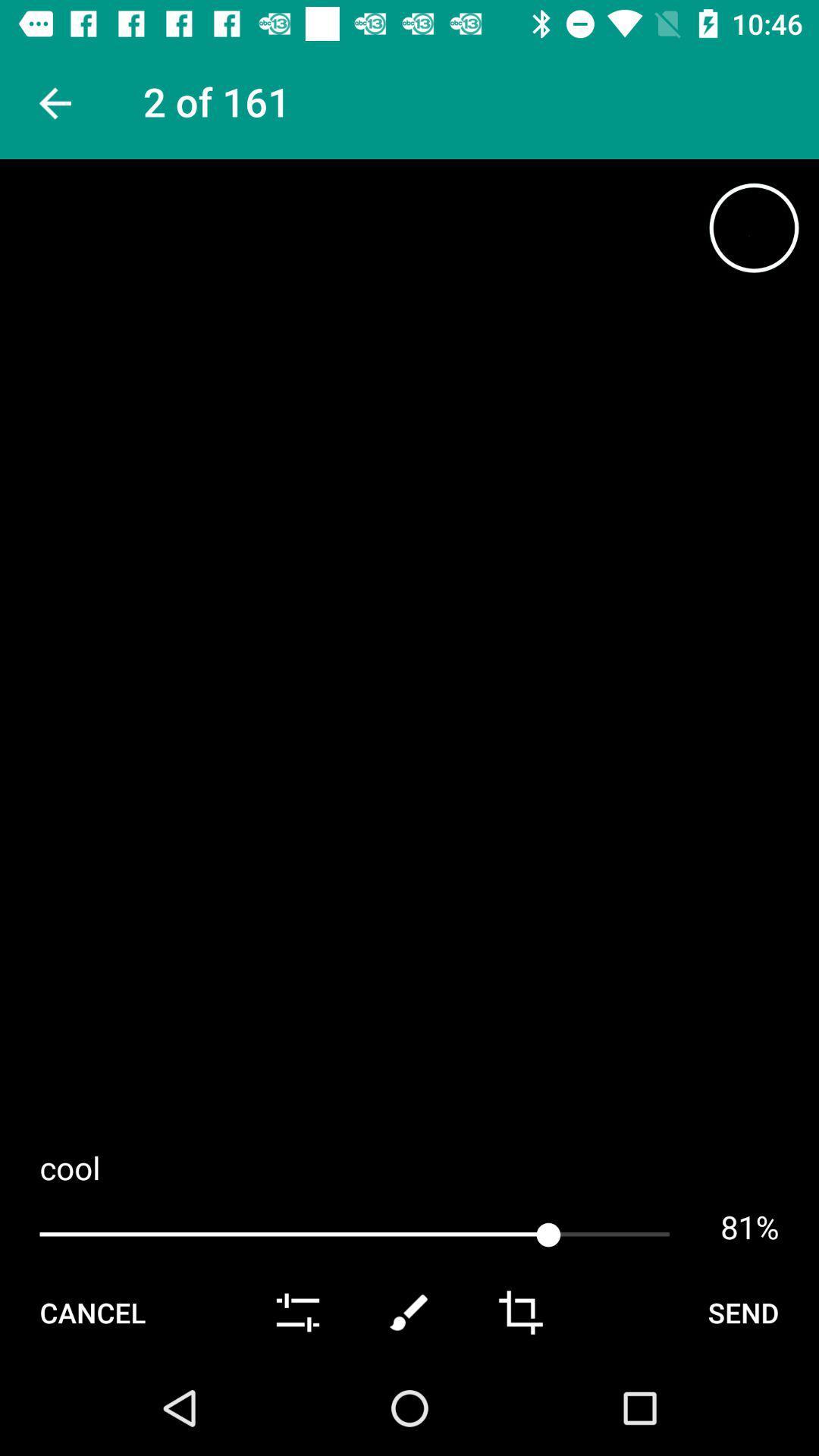 The height and width of the screenshot is (1456, 819). I want to click on settings function, so click(298, 1312).